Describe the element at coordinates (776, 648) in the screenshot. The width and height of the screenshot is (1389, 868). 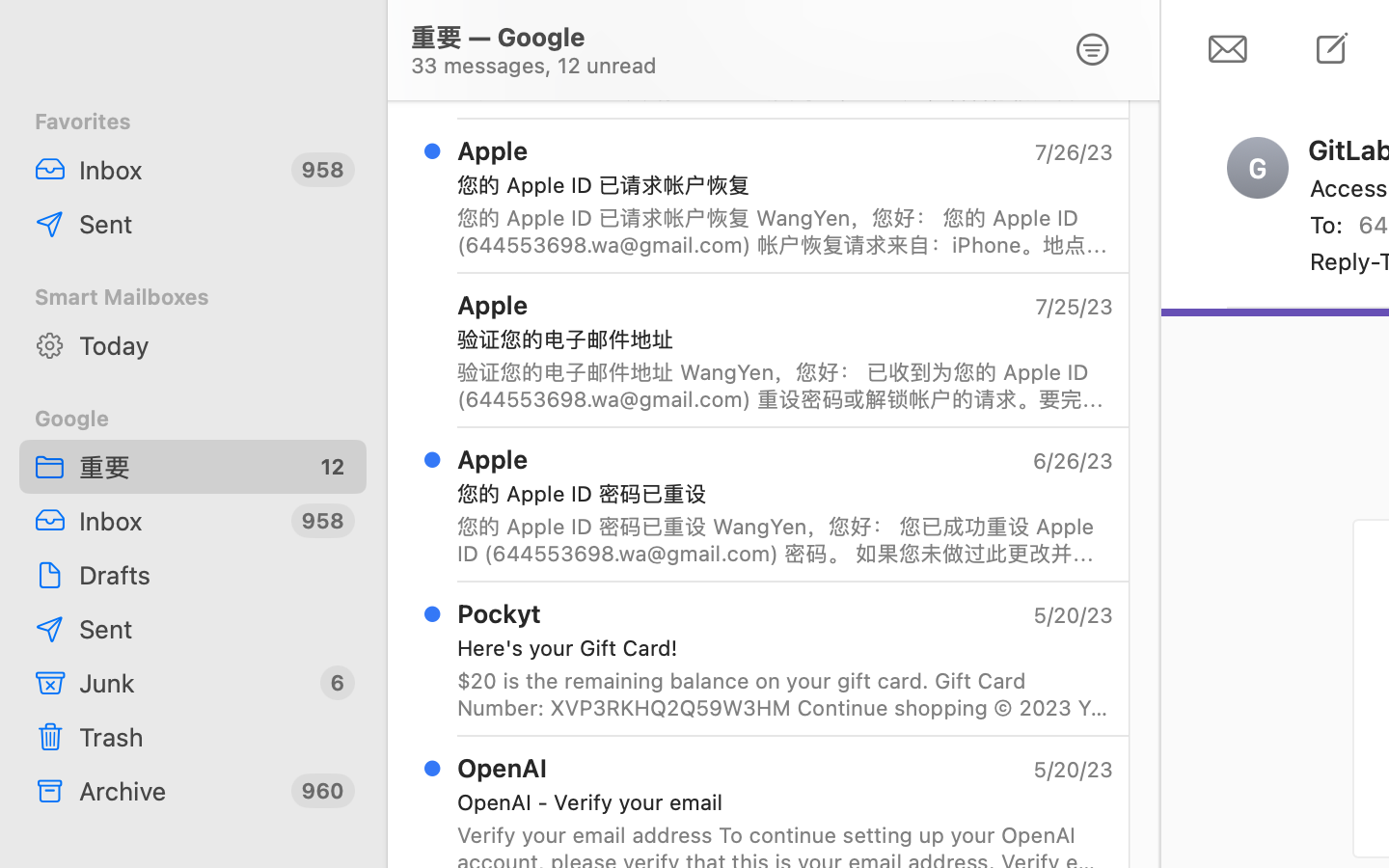
I see `'Here'` at that location.